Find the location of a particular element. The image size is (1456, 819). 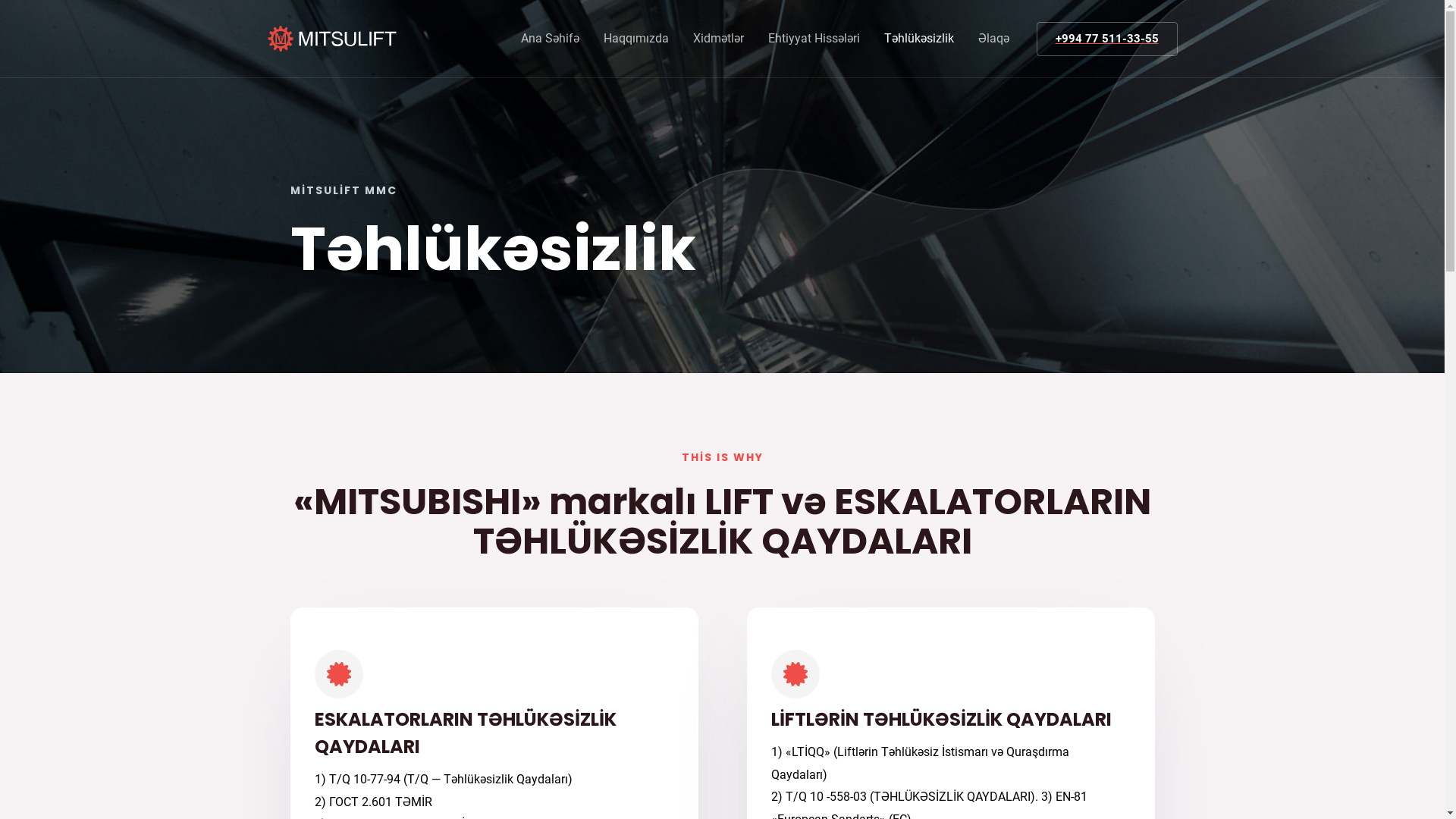

'+994 77 511-33-55' is located at coordinates (1106, 37).